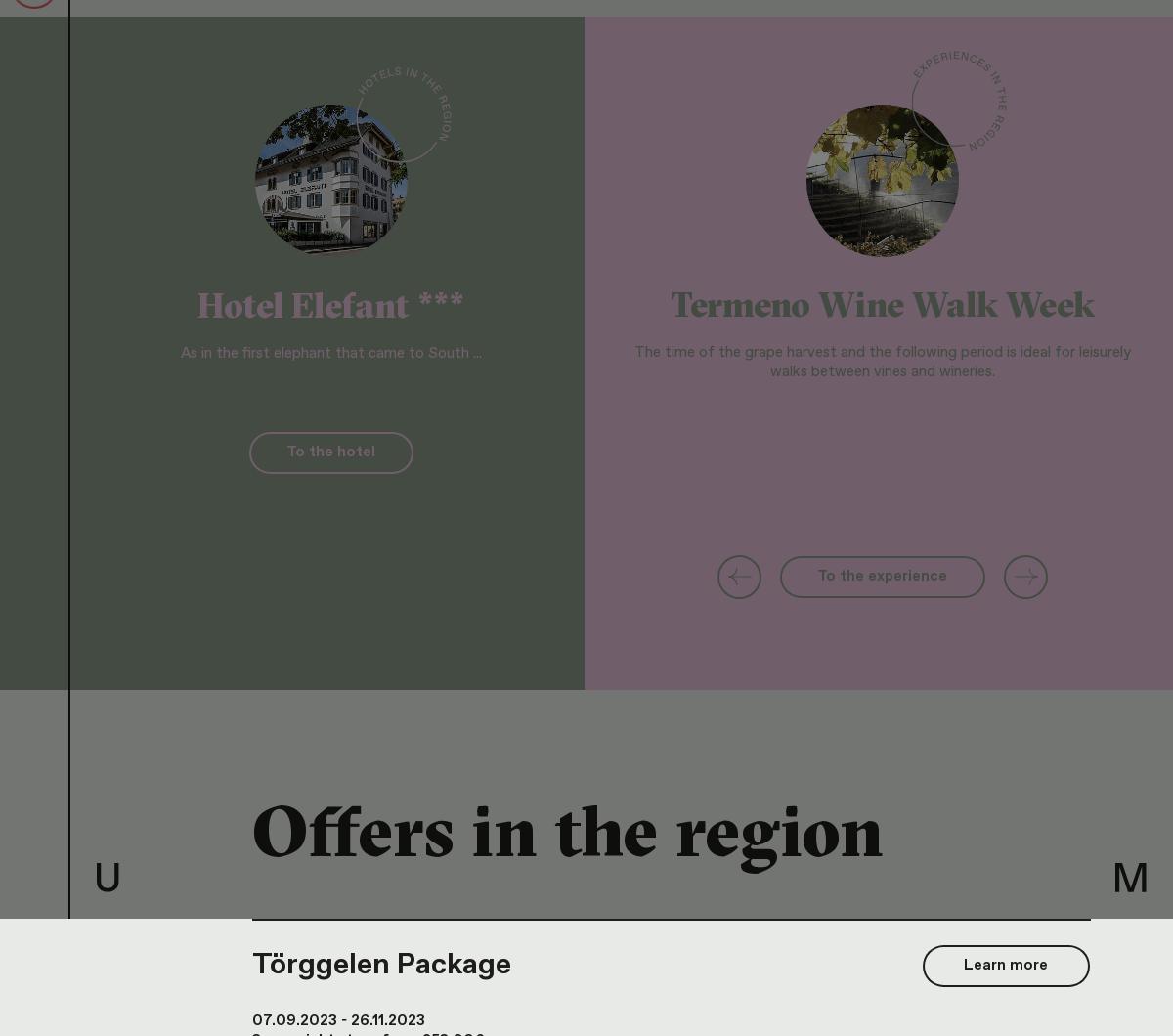  I want to click on 'As in the first elephant that came to South ...', so click(330, 353).